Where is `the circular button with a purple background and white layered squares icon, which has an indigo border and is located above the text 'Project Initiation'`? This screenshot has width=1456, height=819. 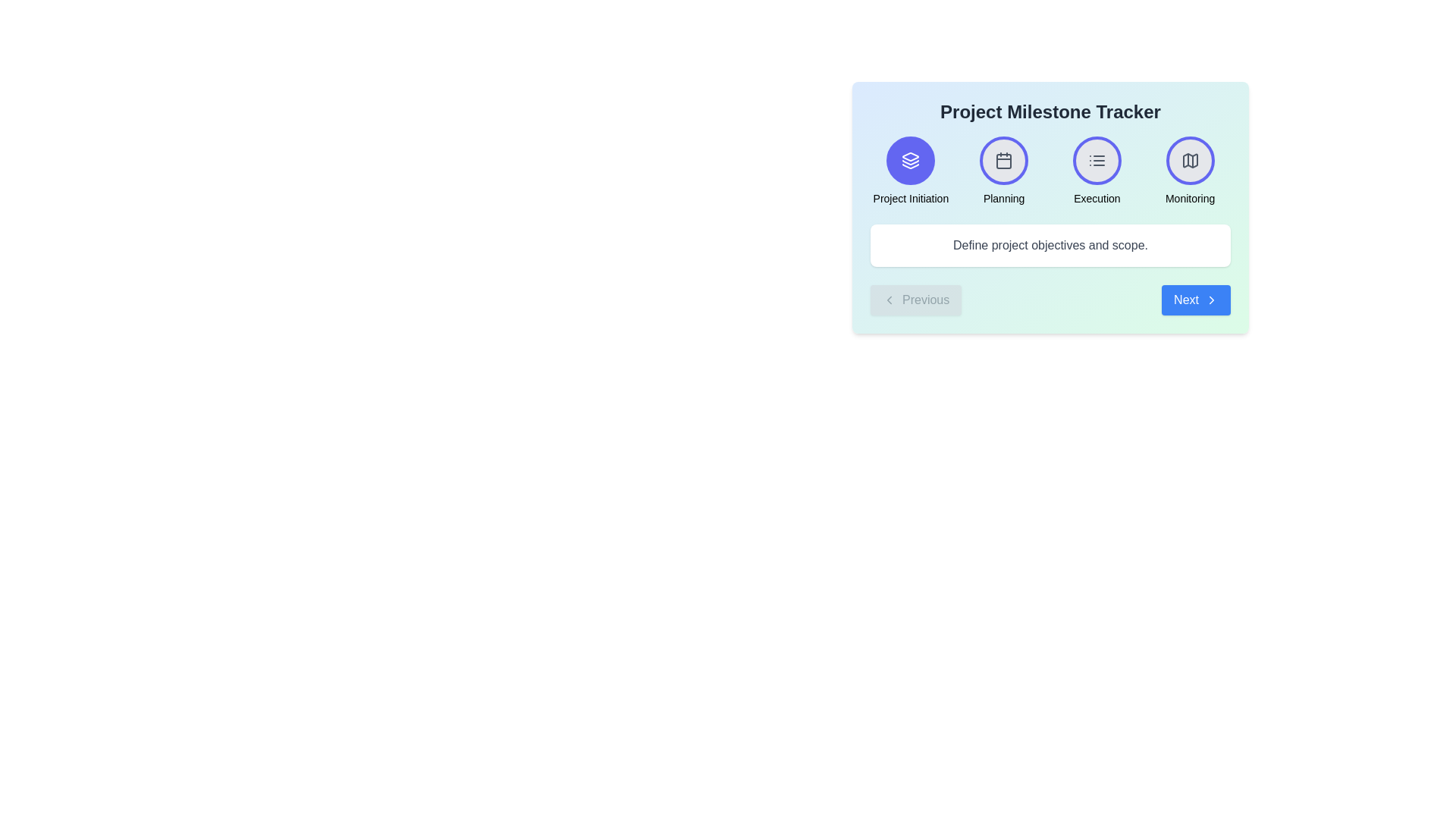 the circular button with a purple background and white layered squares icon, which has an indigo border and is located above the text 'Project Initiation' is located at coordinates (910, 161).